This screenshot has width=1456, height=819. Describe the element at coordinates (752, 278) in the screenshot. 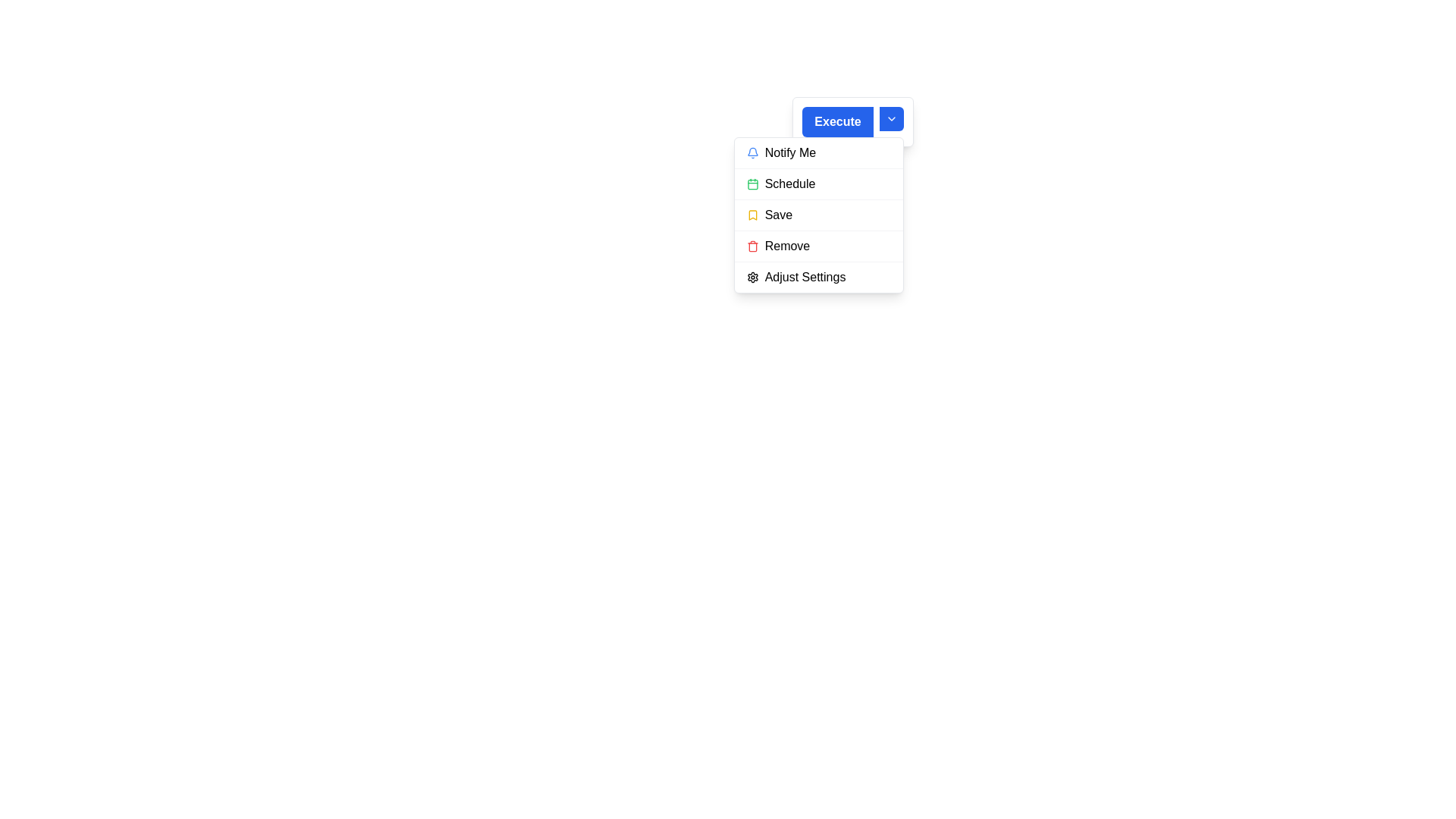

I see `the settings icon located in the last row of the vertical menu list, to the left of the text 'Adjust Settings'` at that location.